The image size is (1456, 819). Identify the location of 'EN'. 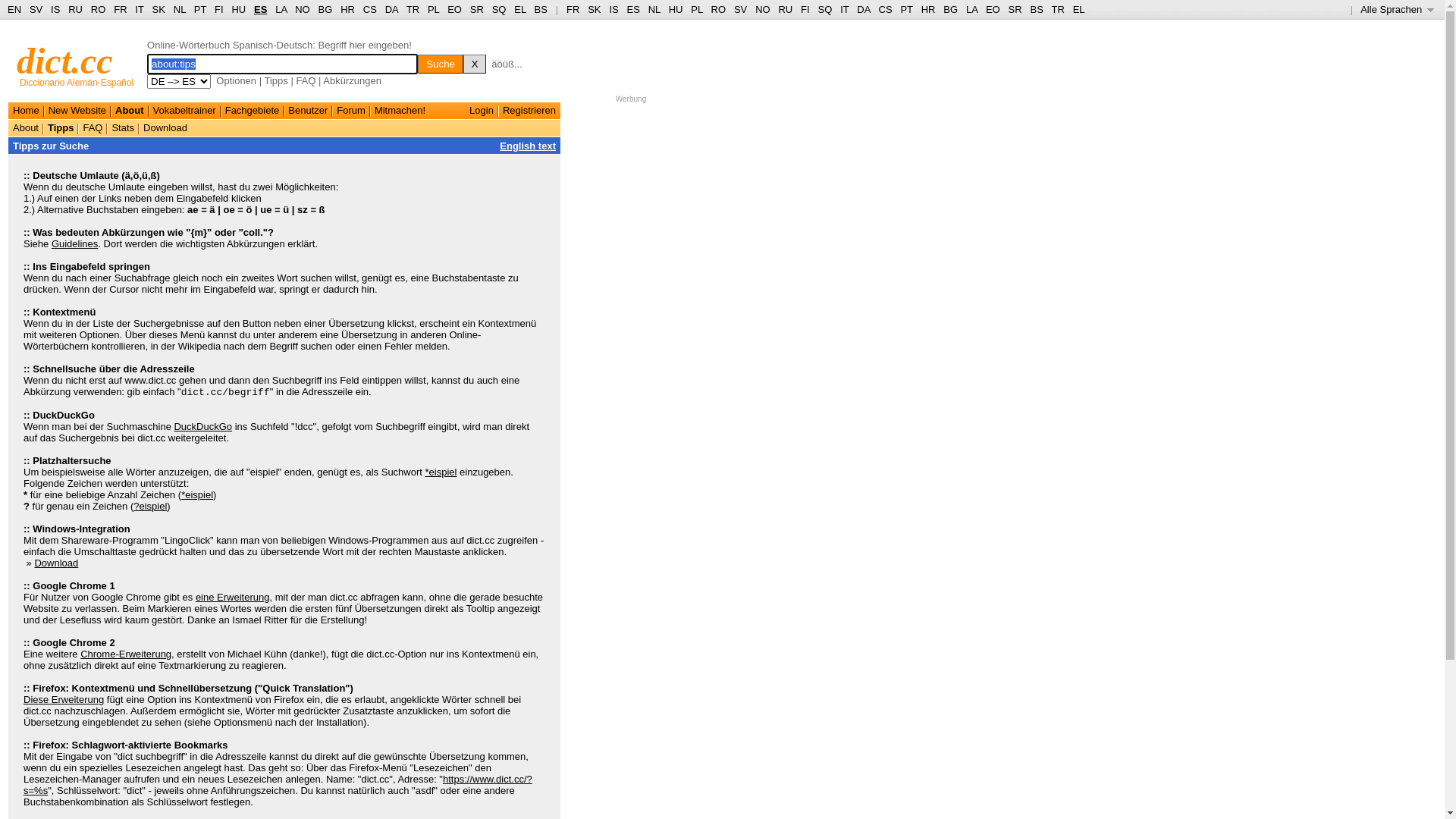
(14, 9).